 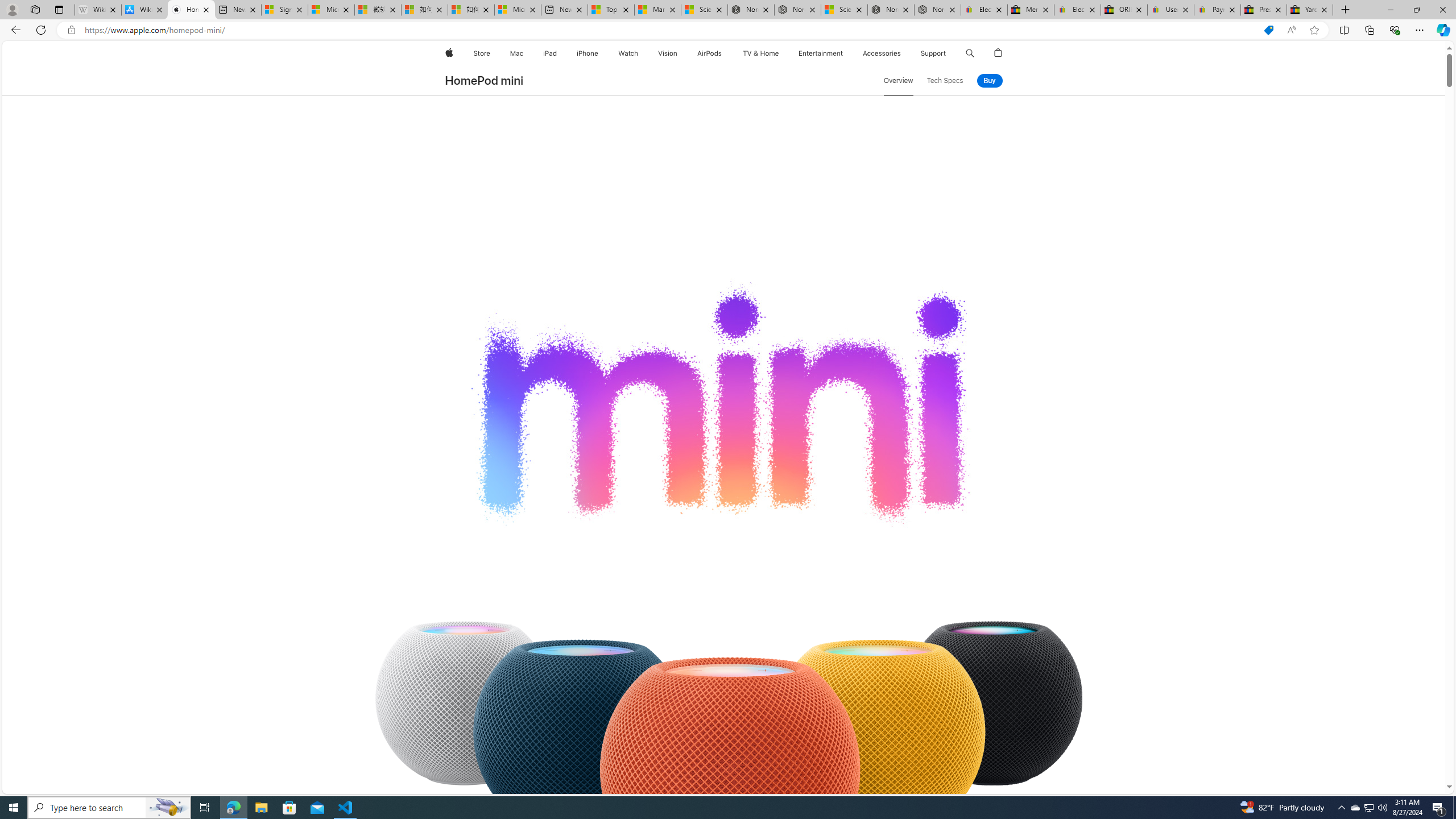 I want to click on 'Marine life - MSN', so click(x=656, y=9).